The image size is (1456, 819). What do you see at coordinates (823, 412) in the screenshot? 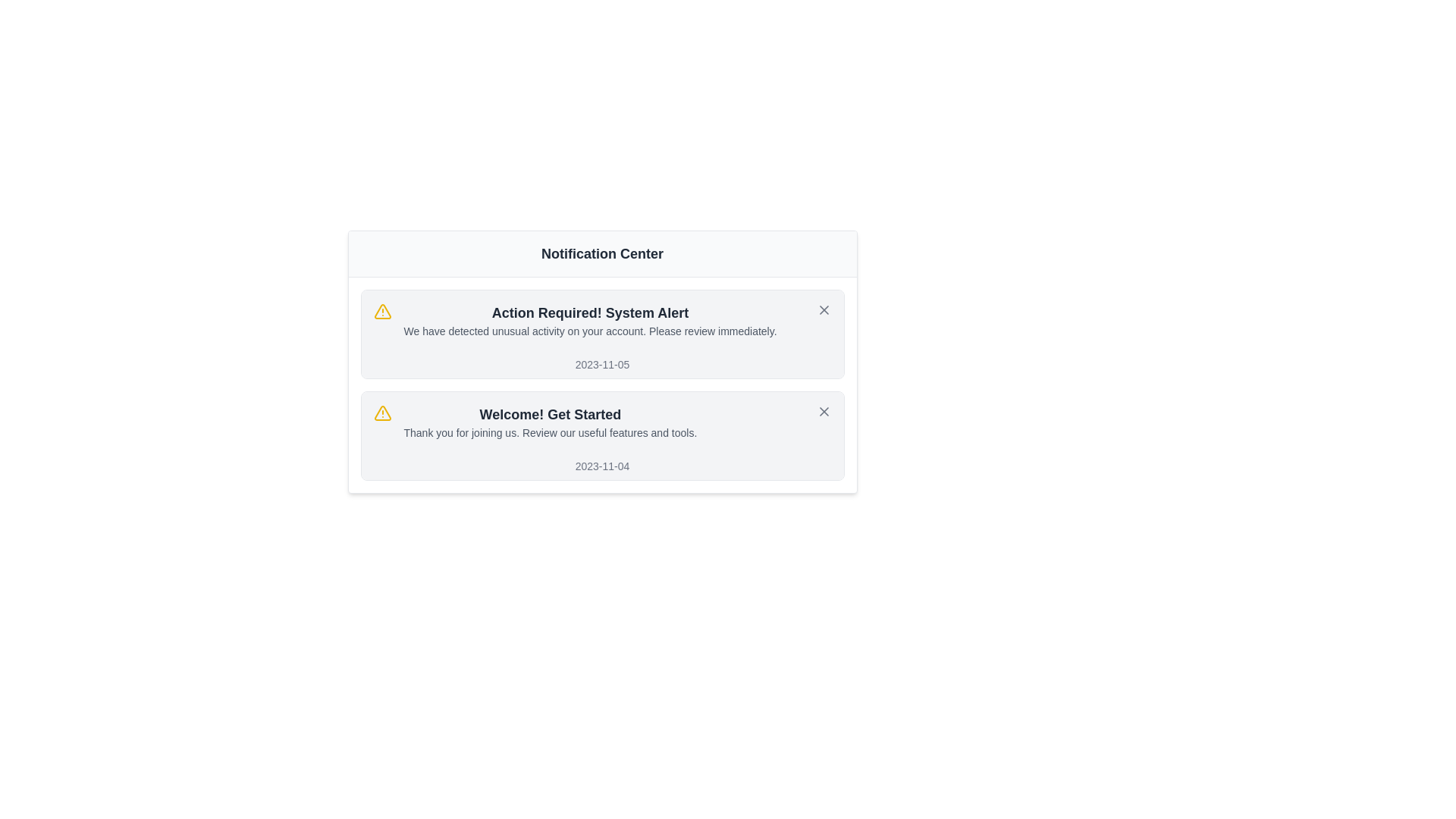
I see `the dismiss button located at the rightmost side of the notification box` at bounding box center [823, 412].